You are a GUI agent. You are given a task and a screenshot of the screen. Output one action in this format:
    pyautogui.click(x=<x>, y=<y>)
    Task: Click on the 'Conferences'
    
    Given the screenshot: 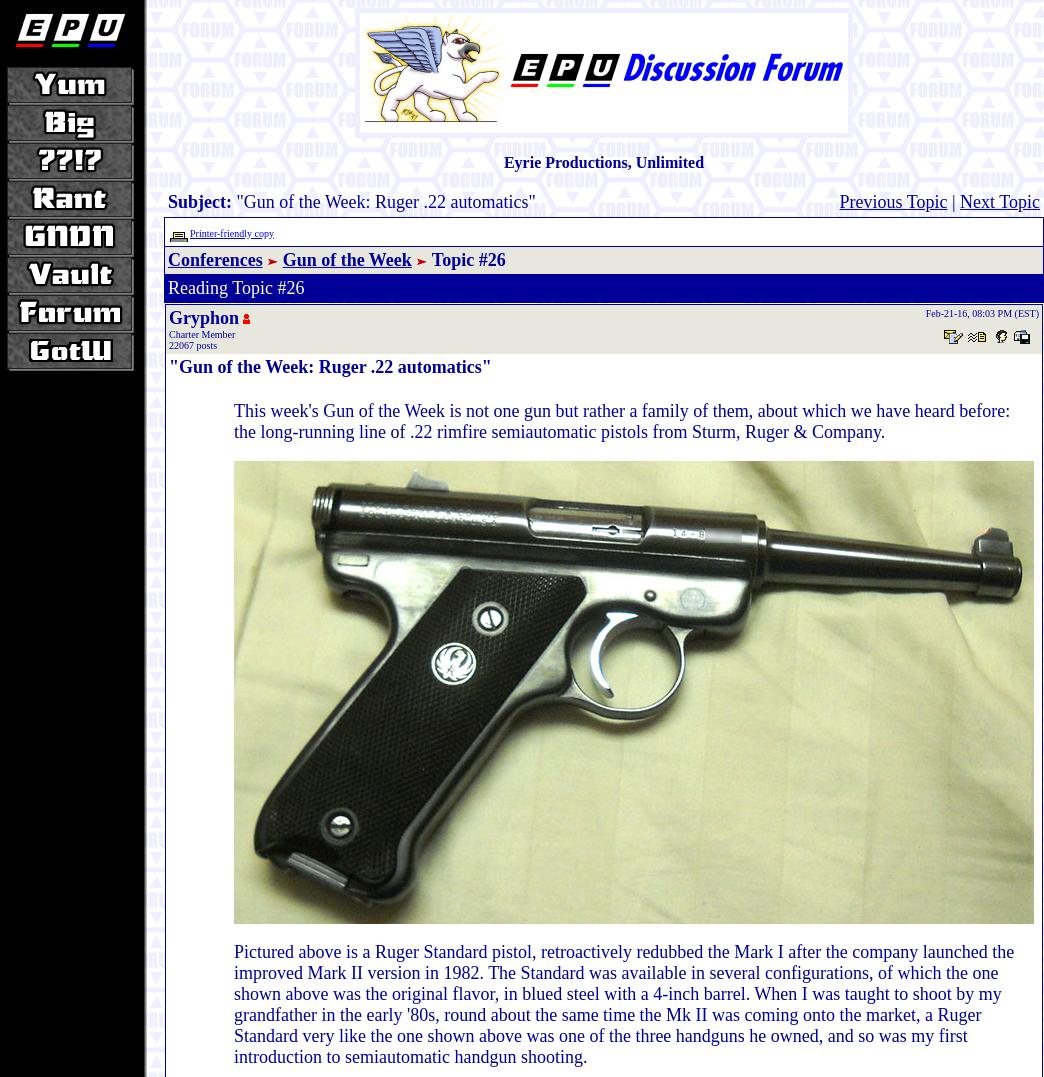 What is the action you would take?
    pyautogui.click(x=214, y=258)
    